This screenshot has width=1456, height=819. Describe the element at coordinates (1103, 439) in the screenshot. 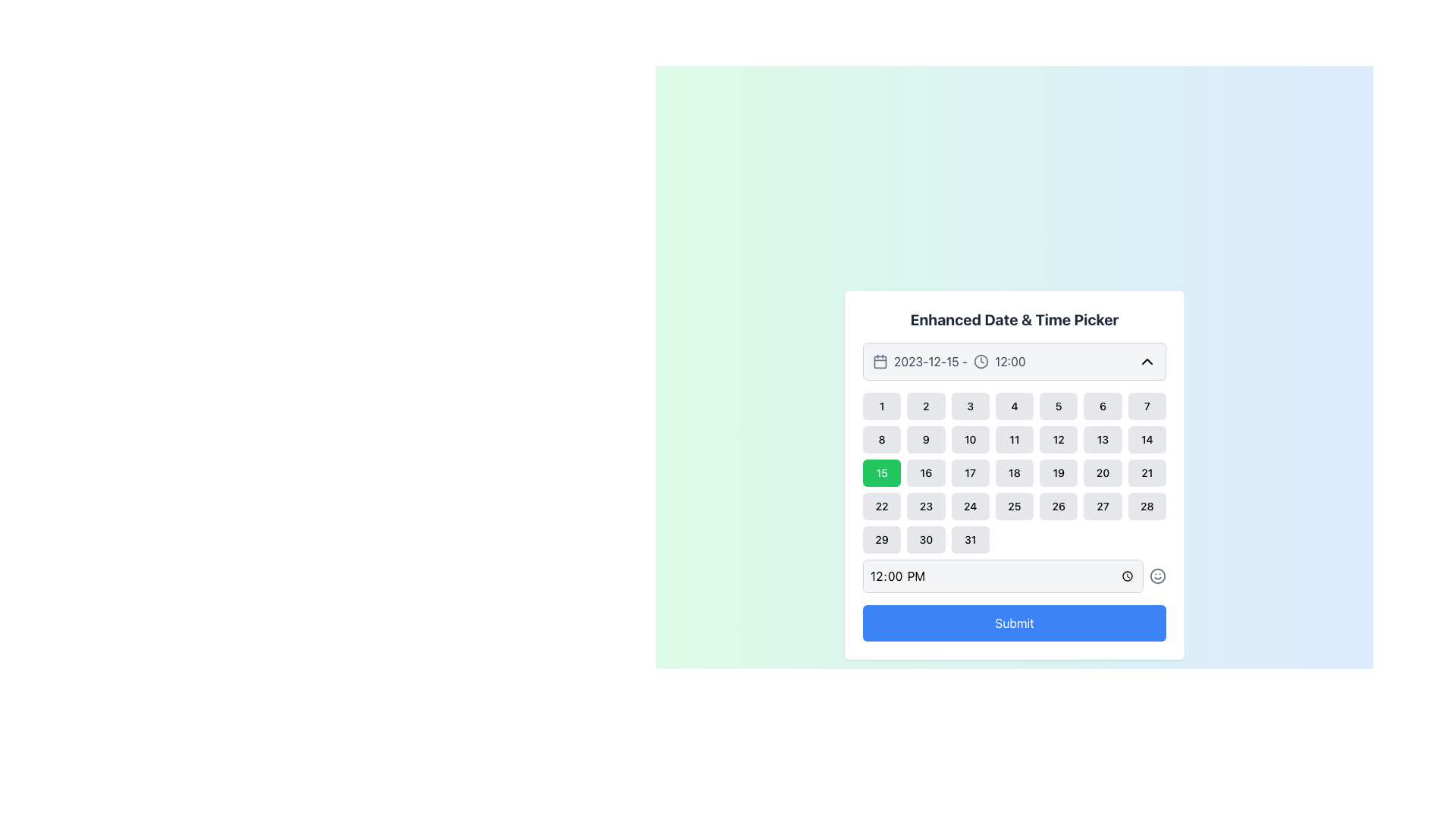

I see `the button representing the date '13' in the date picker interface` at that location.